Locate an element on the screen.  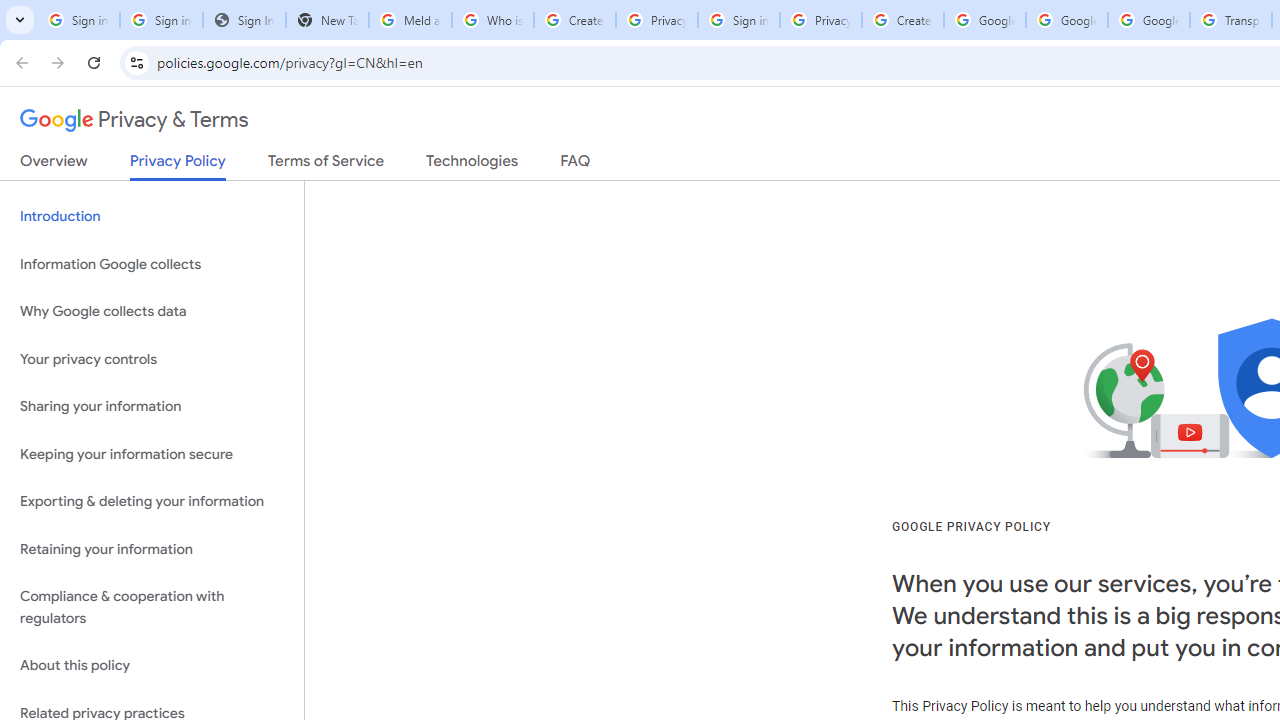
'Sign in - Google Accounts' is located at coordinates (737, 20).